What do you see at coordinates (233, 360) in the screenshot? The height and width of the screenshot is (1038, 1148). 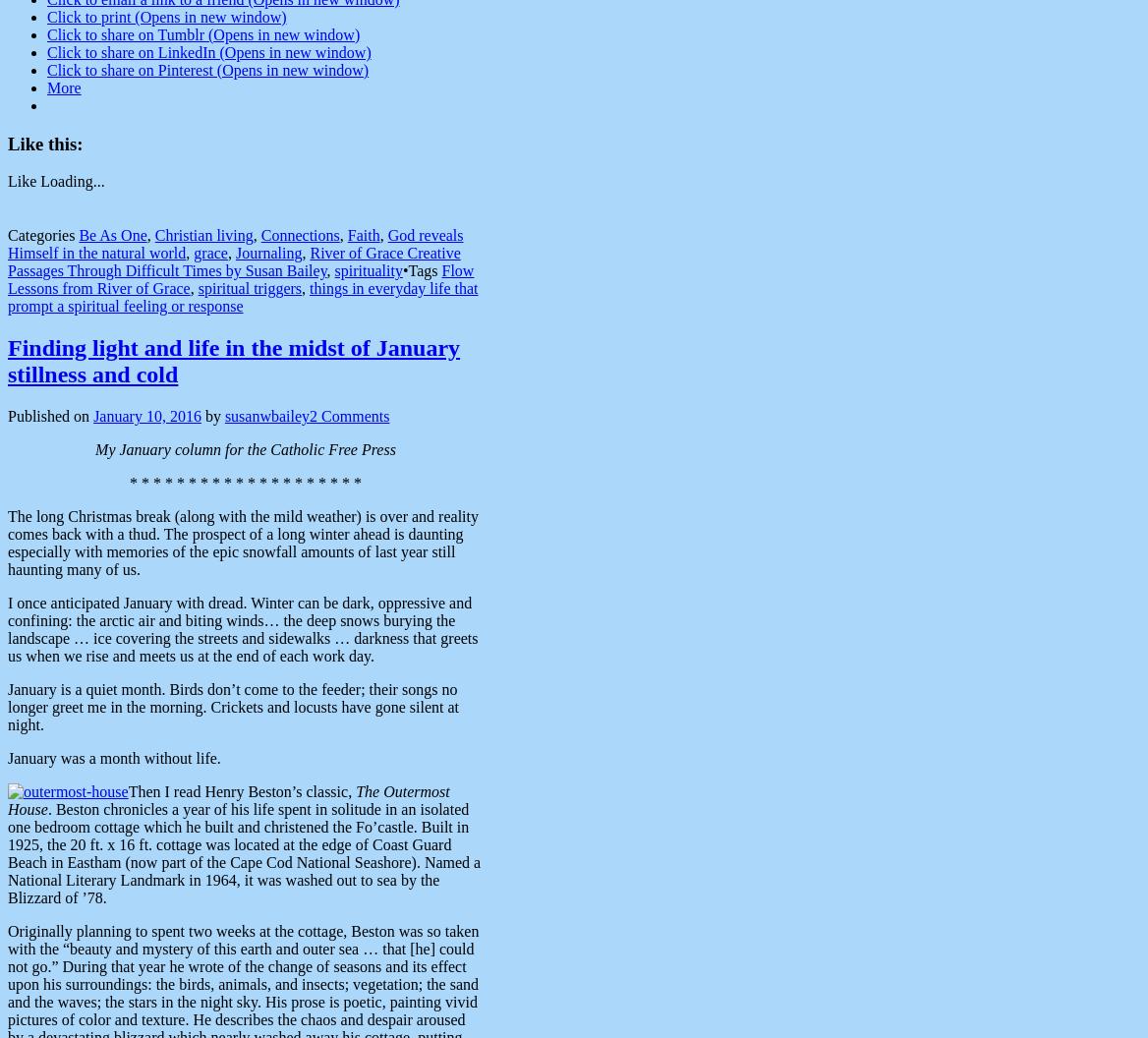 I see `'Finding light and life in the midst of January stillness and cold'` at bounding box center [233, 360].